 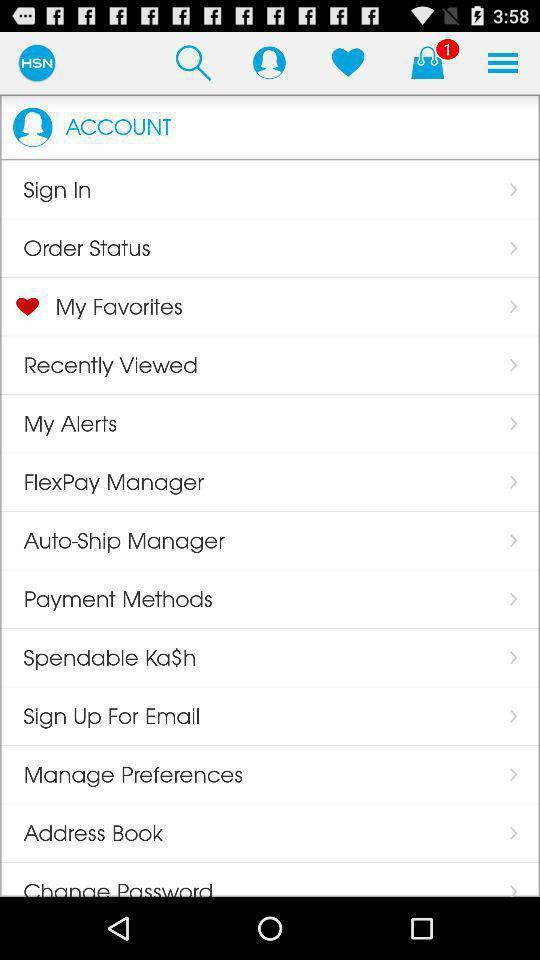 I want to click on spendable ka$h item, so click(x=97, y=656).